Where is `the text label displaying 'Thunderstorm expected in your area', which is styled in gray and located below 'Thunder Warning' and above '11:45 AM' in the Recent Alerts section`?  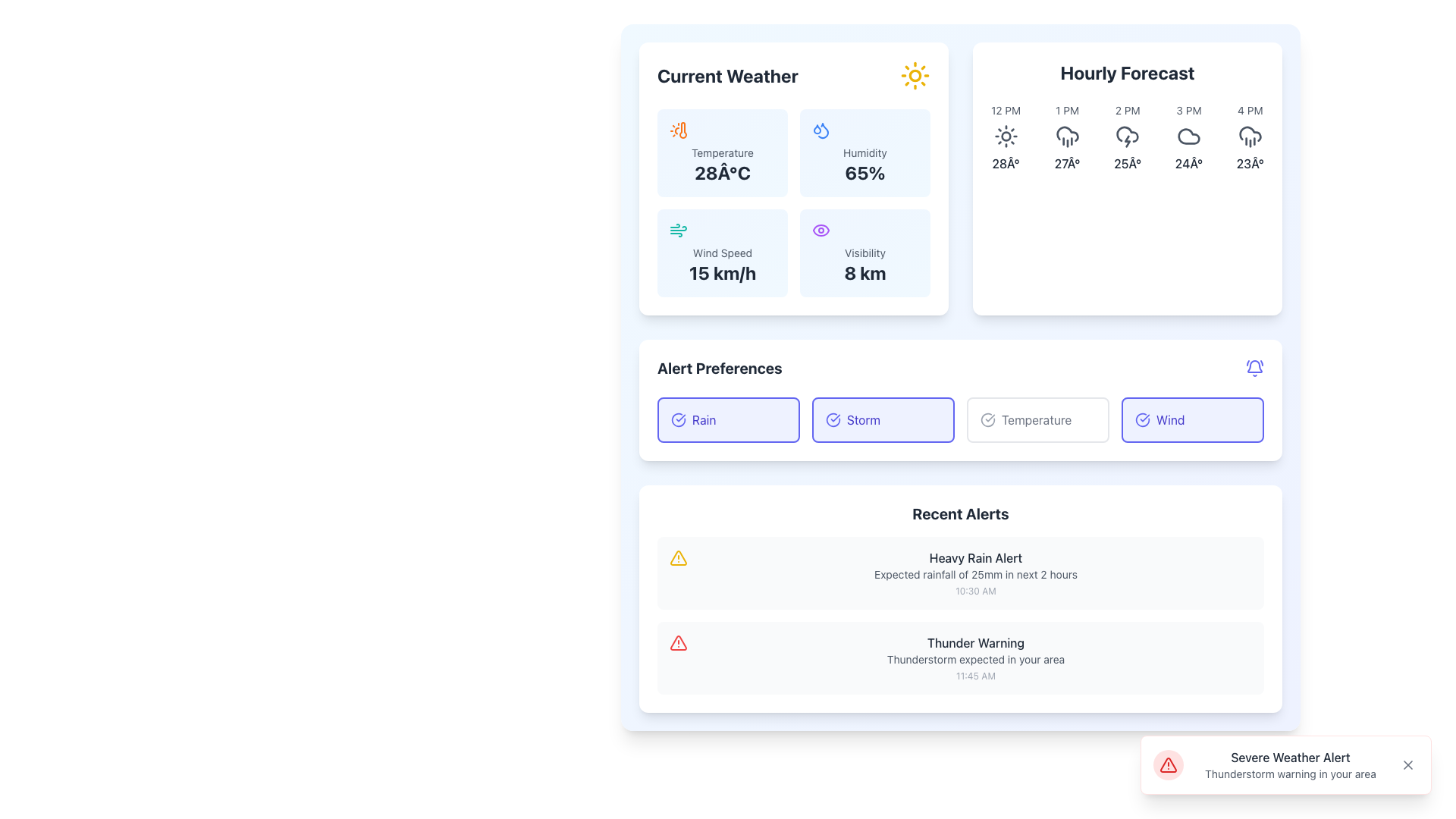 the text label displaying 'Thunderstorm expected in your area', which is styled in gray and located below 'Thunder Warning' and above '11:45 AM' in the Recent Alerts section is located at coordinates (975, 659).